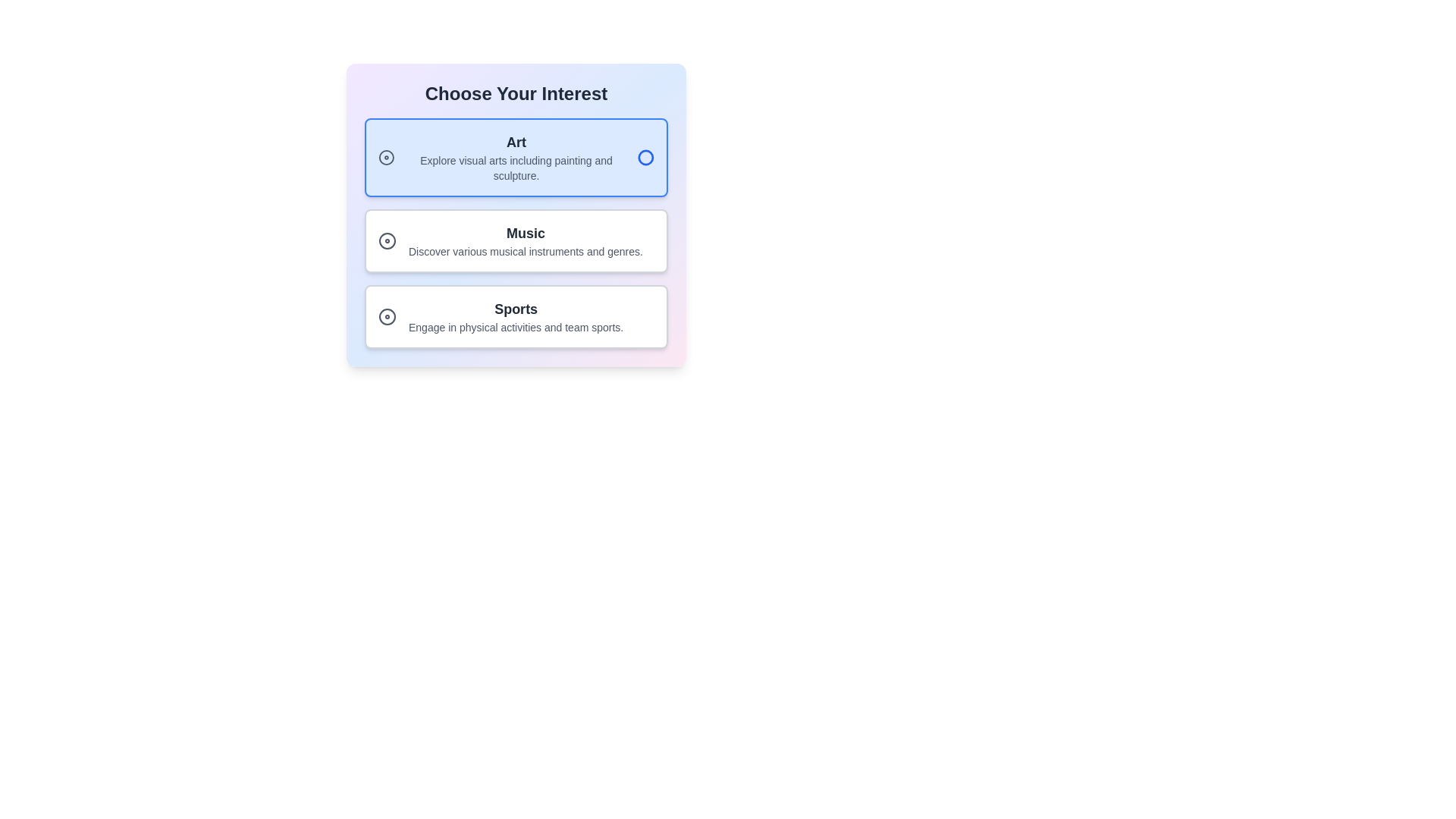  I want to click on the second option in the selectable list item titled 'Music', so click(516, 215).